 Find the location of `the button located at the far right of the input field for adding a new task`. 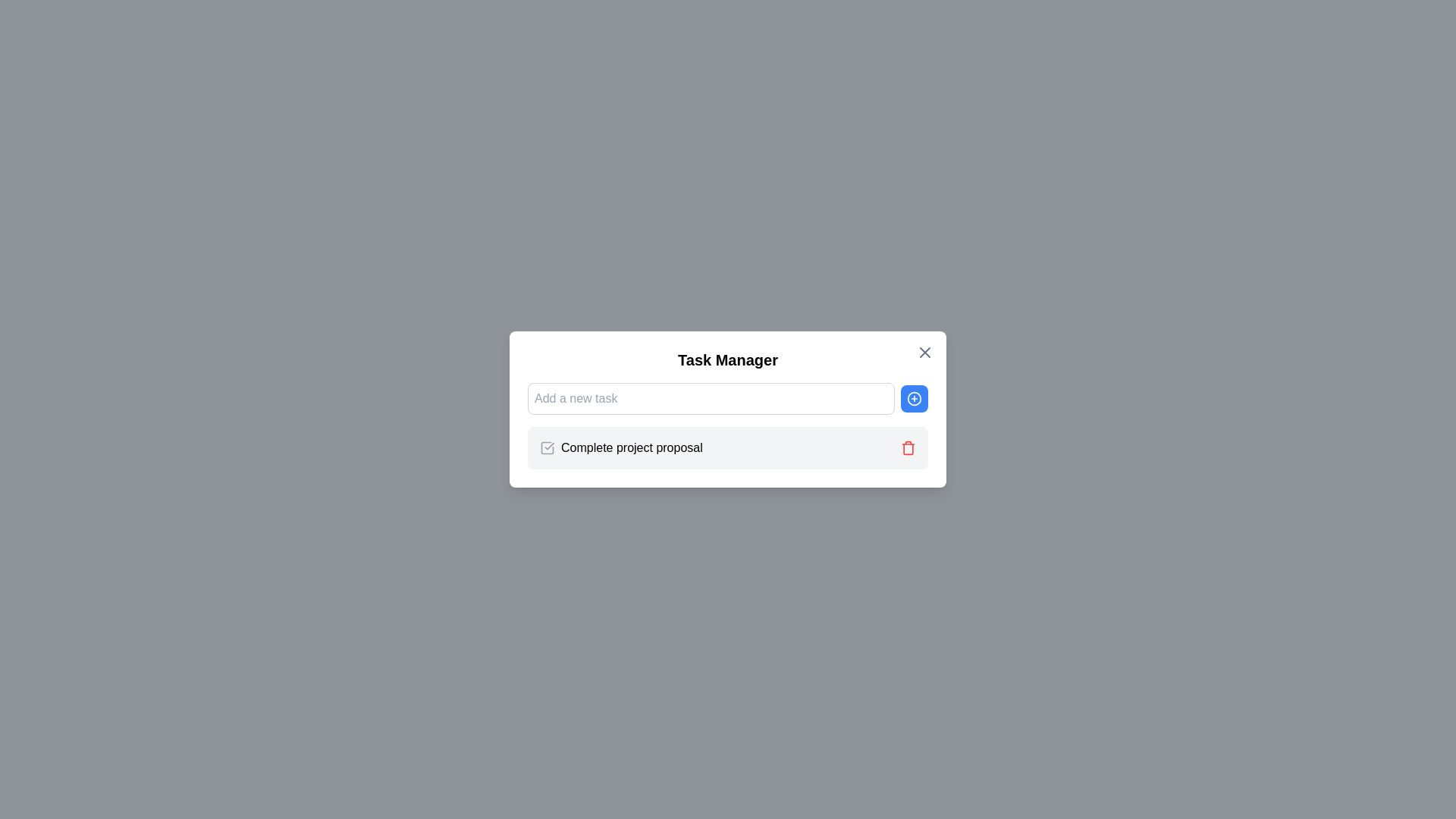

the button located at the far right of the input field for adding a new task is located at coordinates (913, 397).